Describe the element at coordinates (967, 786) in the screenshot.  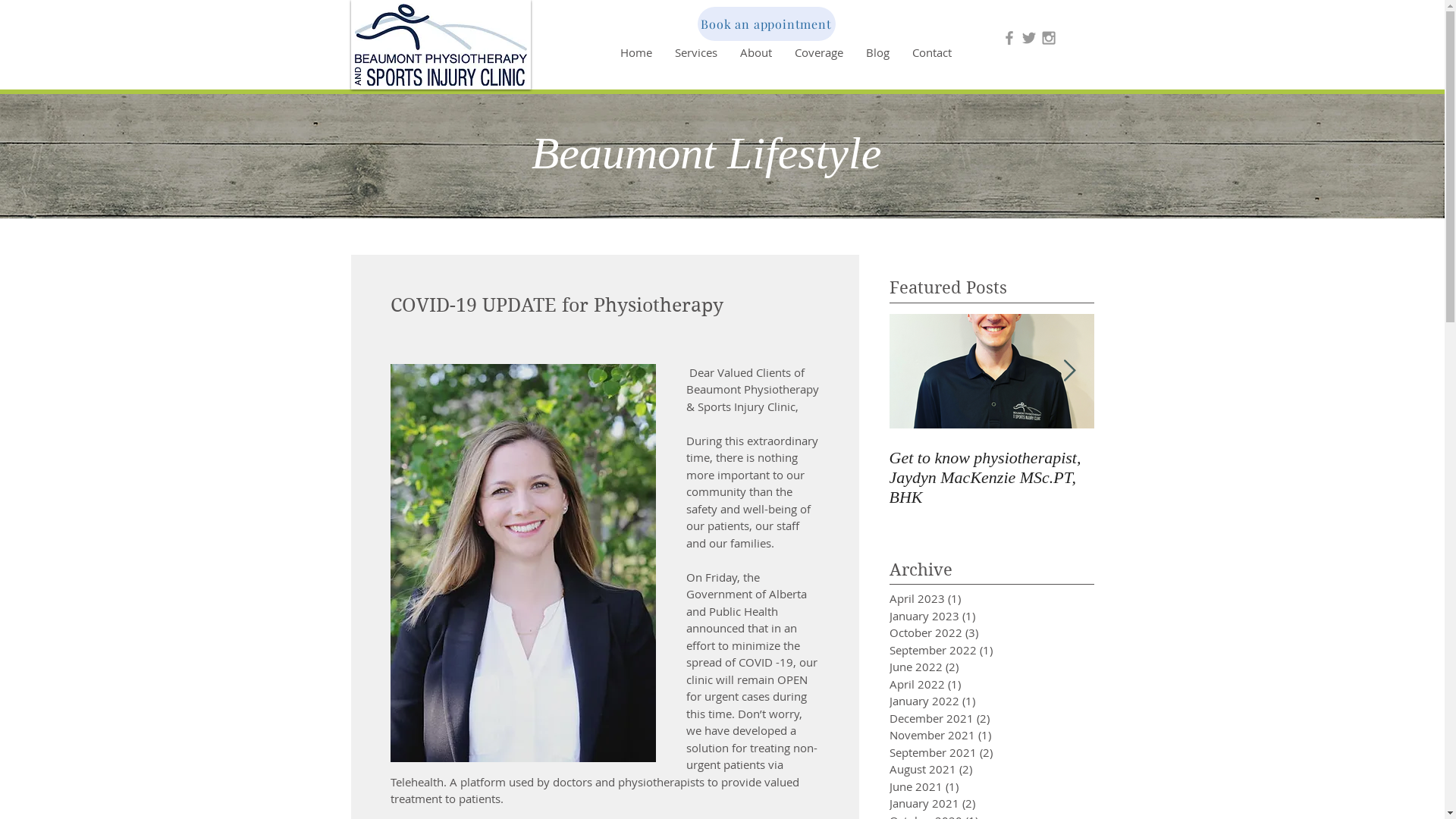
I see `'June 2021 (1)'` at that location.